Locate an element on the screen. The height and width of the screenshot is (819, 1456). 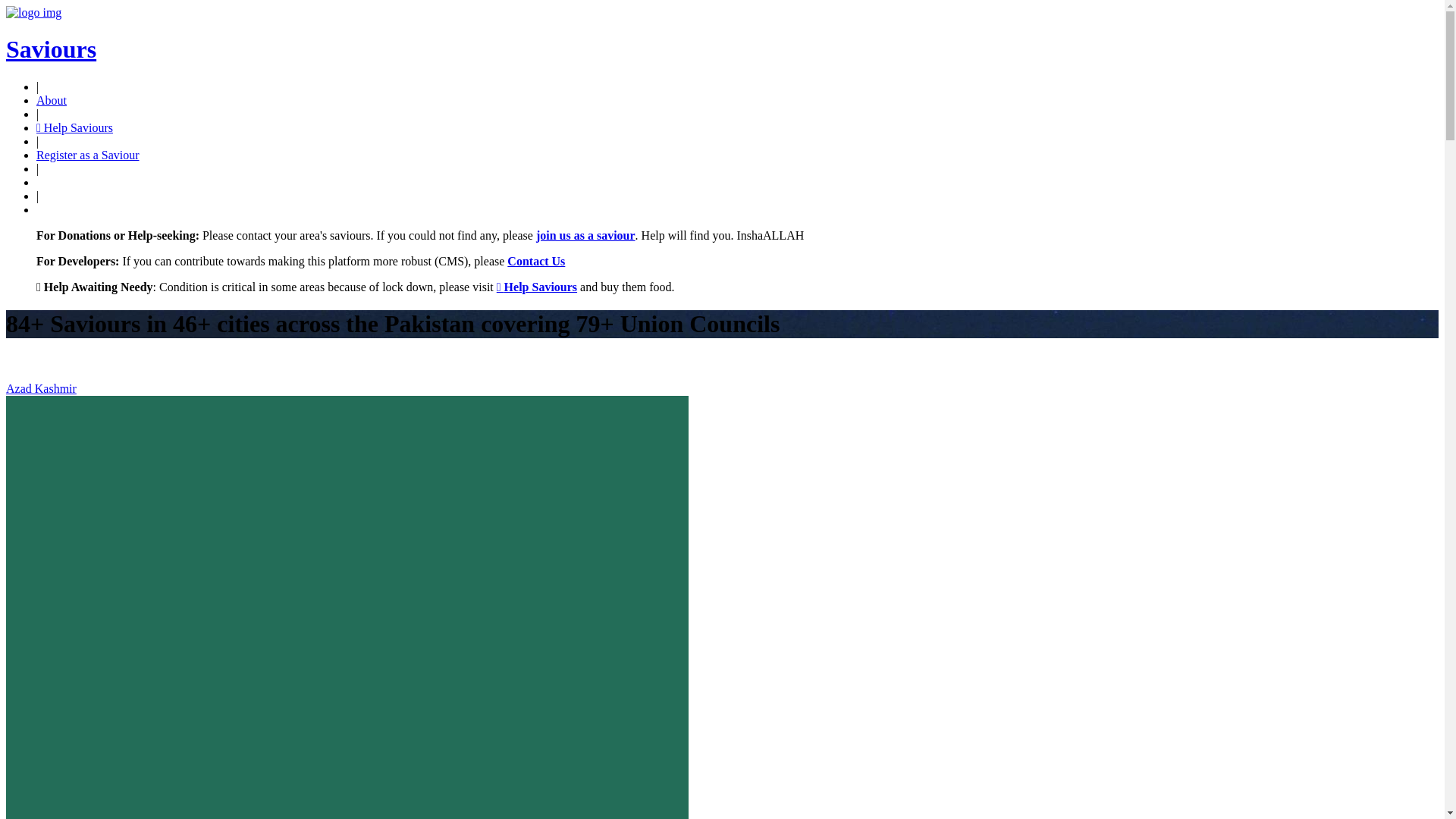
'Saviours' is located at coordinates (51, 49).